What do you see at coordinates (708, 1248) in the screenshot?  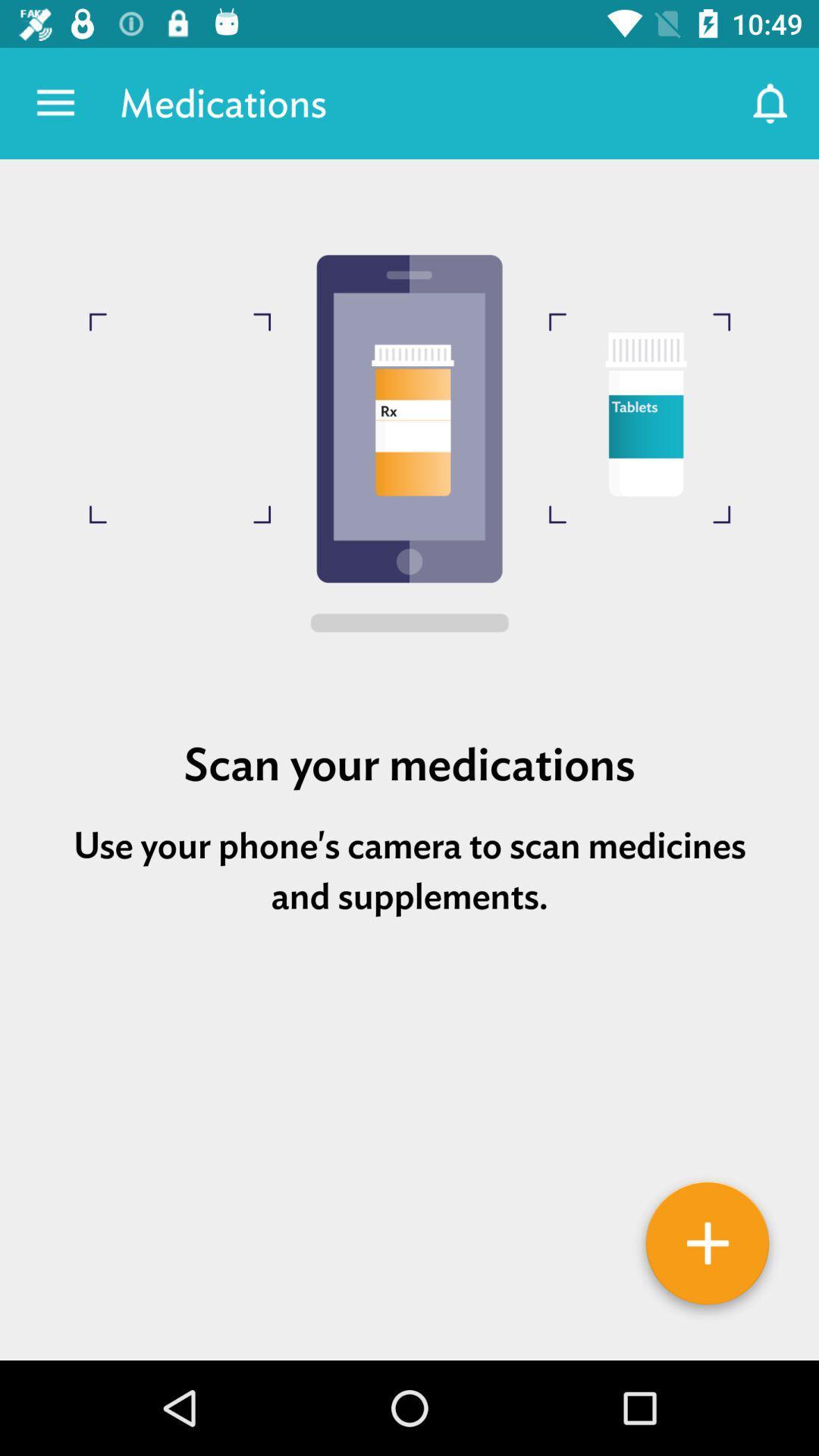 I see `the add icon` at bounding box center [708, 1248].